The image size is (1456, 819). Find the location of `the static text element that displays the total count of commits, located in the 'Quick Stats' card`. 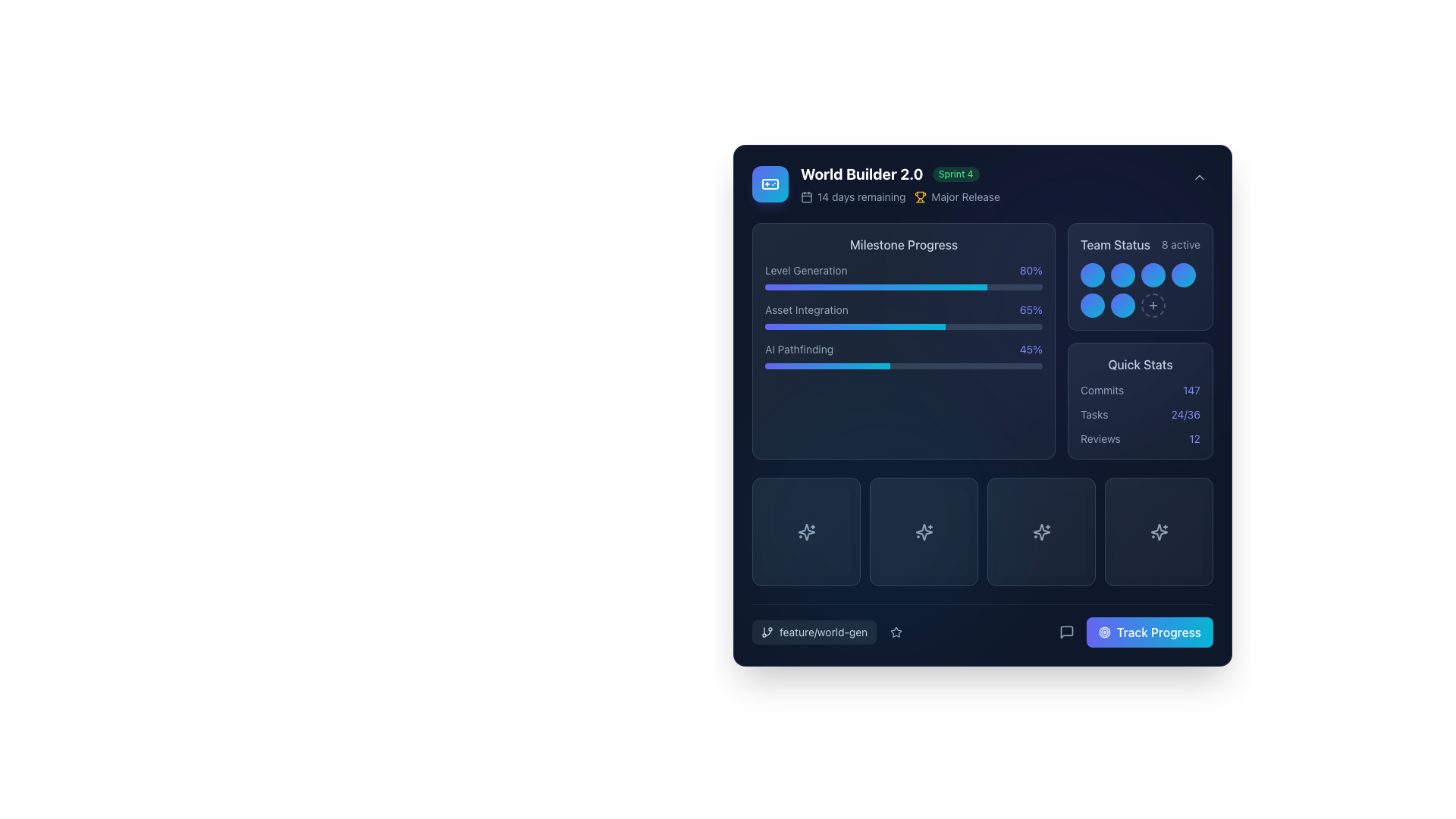

the static text element that displays the total count of commits, located in the 'Quick Stats' card is located at coordinates (1191, 390).